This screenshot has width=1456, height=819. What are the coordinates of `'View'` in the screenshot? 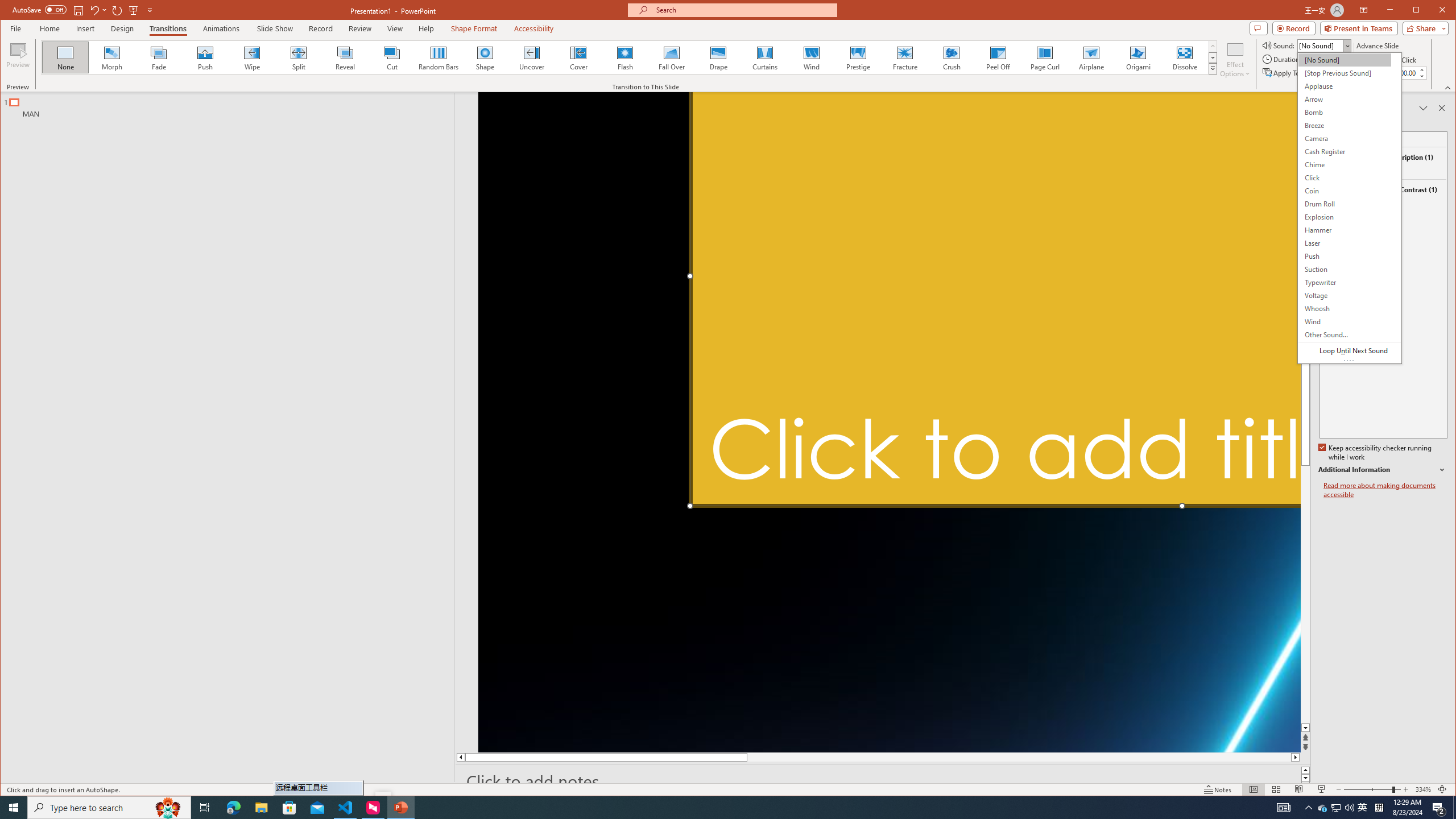 It's located at (395, 28).